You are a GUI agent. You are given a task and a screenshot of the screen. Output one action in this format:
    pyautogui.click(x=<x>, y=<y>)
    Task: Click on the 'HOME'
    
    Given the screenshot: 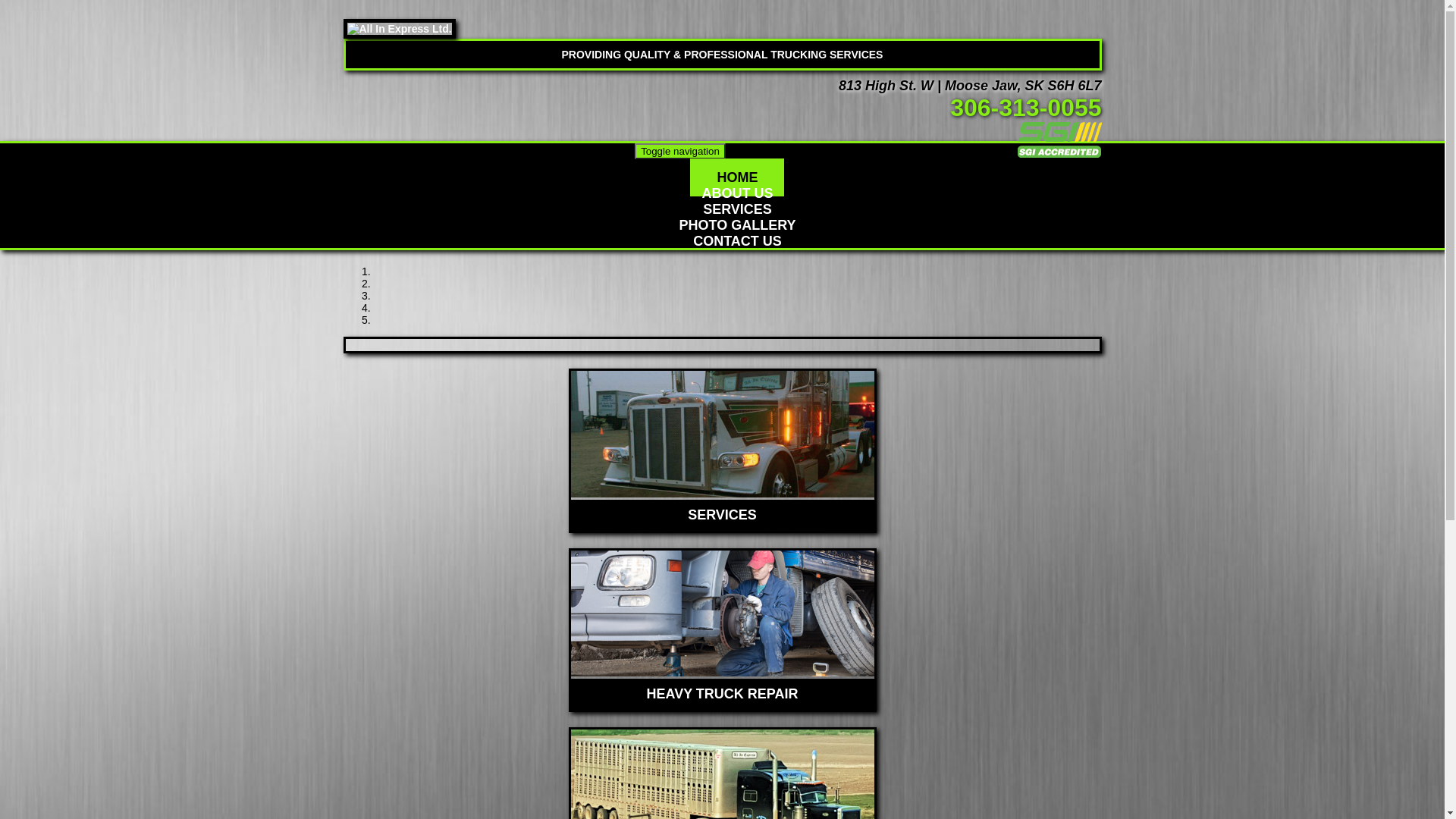 What is the action you would take?
    pyautogui.click(x=736, y=177)
    